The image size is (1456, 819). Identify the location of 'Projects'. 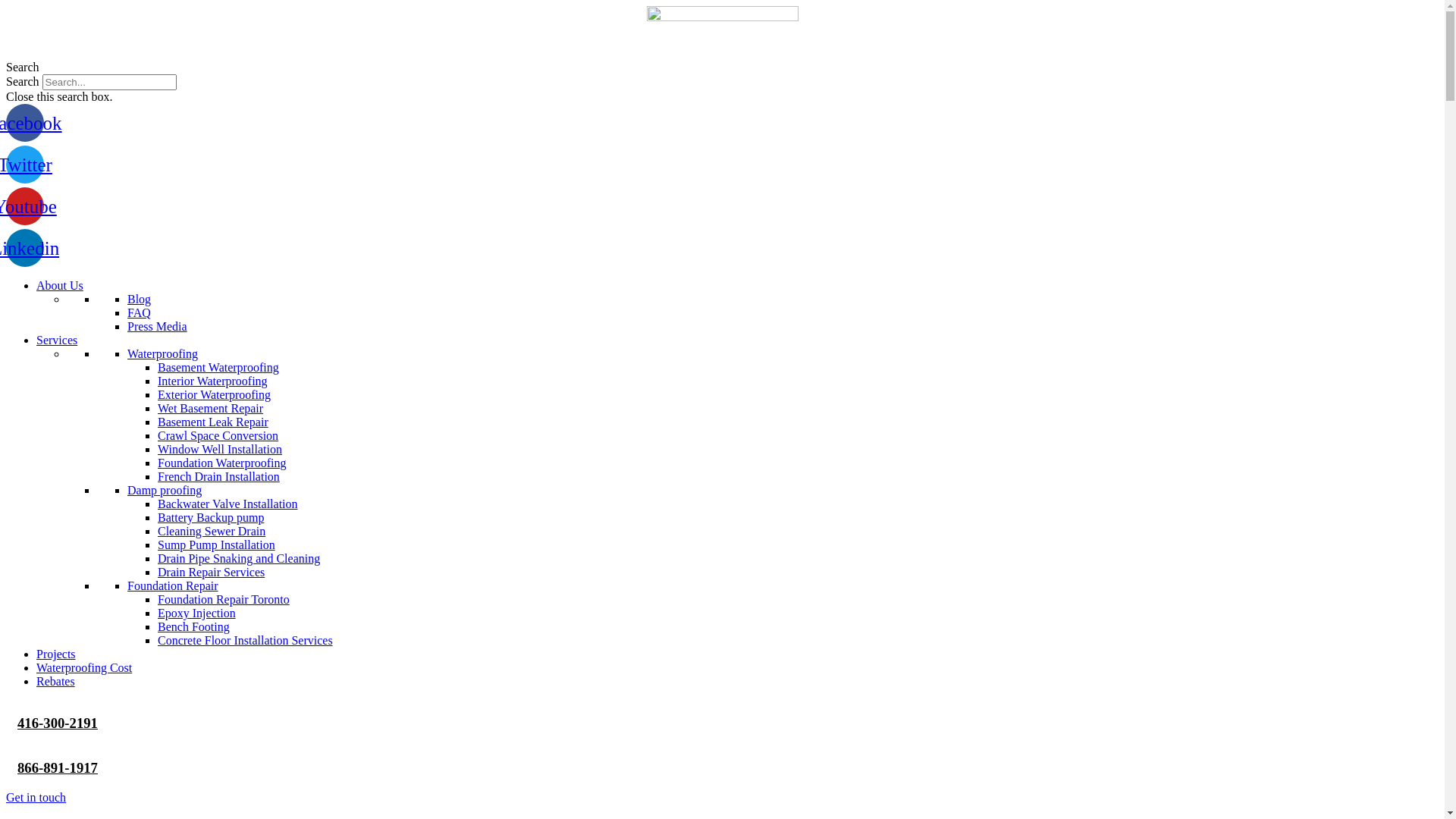
(55, 653).